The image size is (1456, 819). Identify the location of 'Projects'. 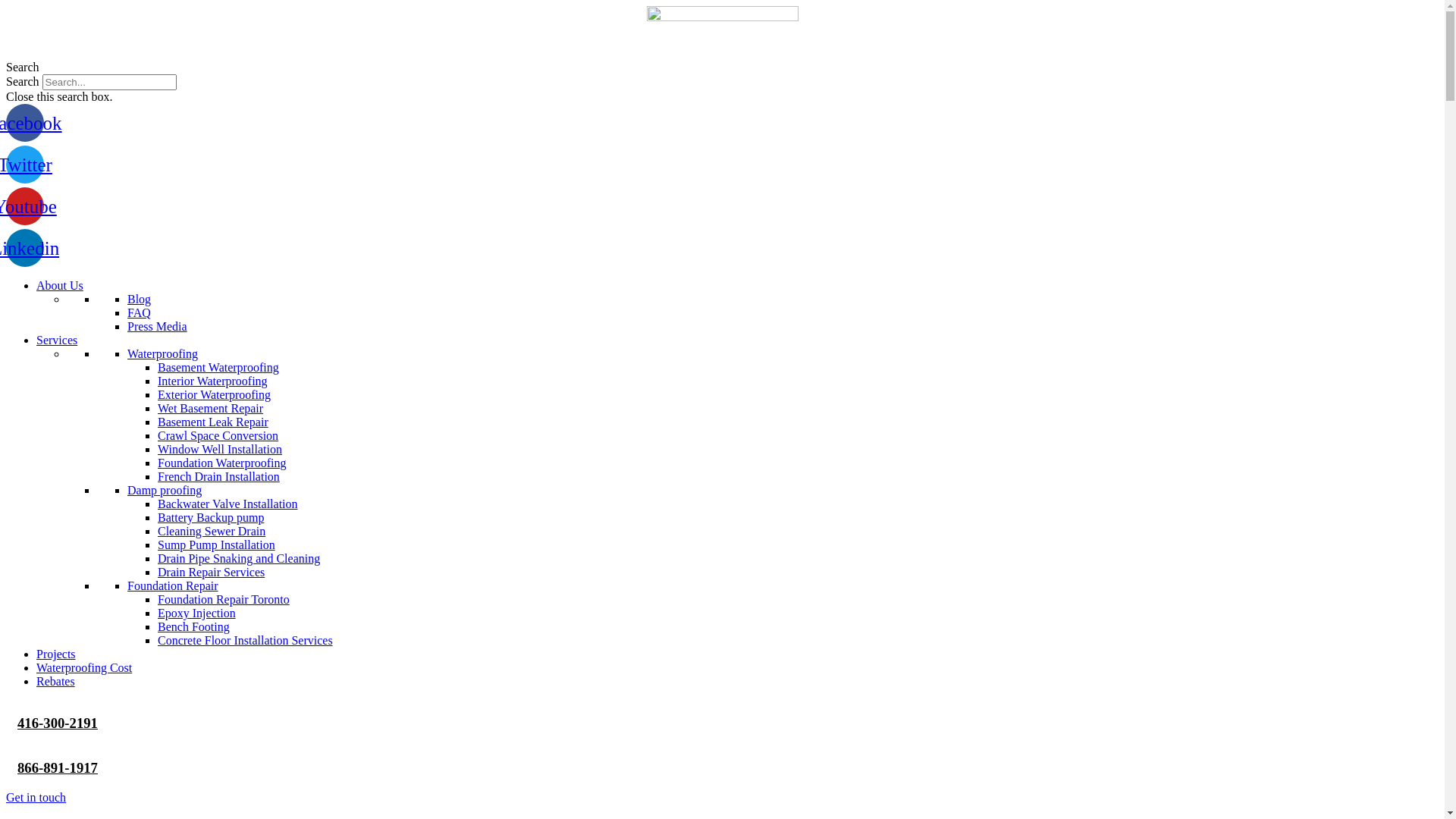
(55, 653).